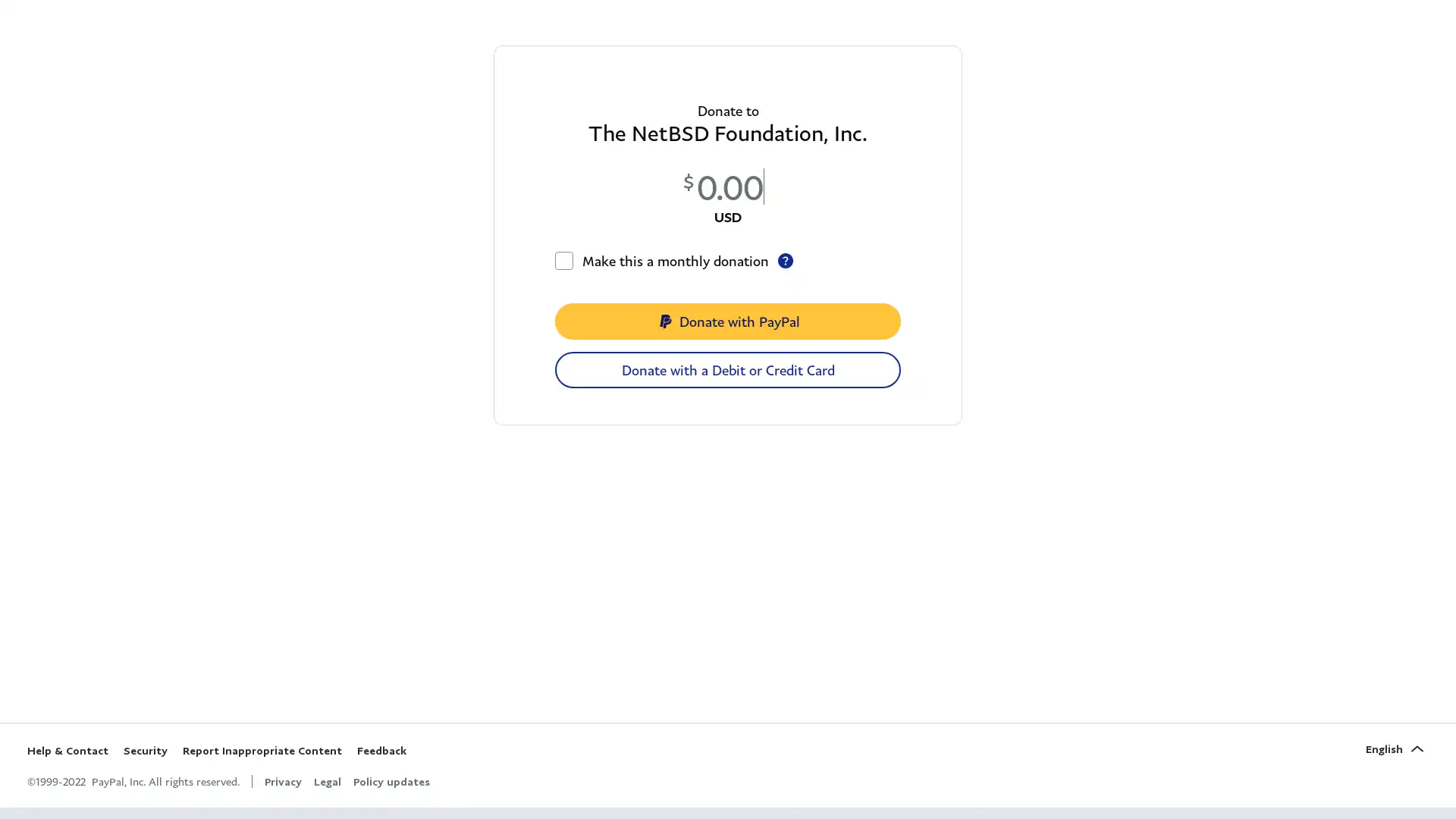 Image resolution: width=1456 pixels, height=819 pixels. I want to click on Donate with PayPal, so click(728, 321).